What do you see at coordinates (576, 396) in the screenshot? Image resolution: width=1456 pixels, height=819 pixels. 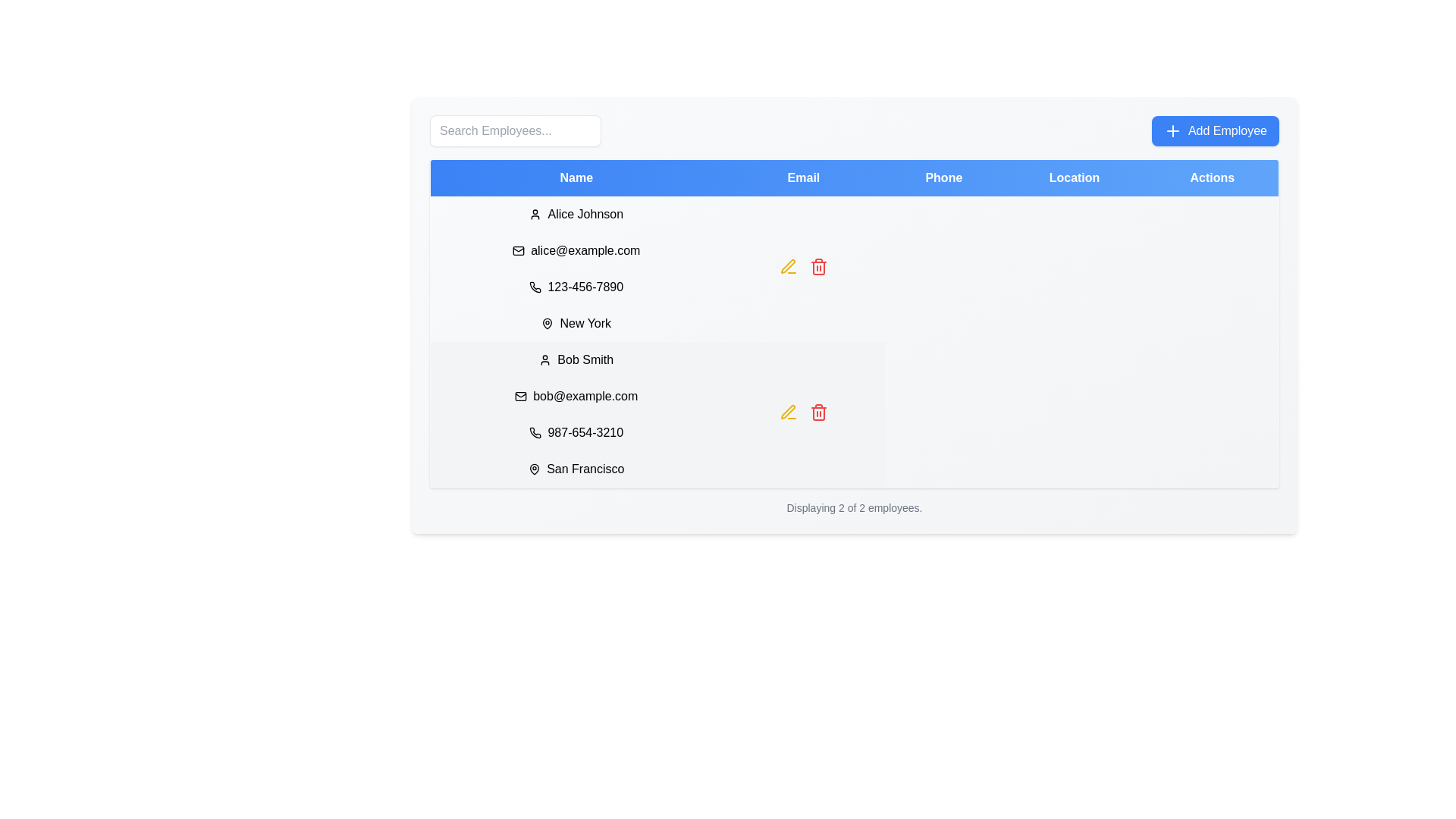 I see `the email address display for the employee 'Bob Smith', located in the 'Email' column of the second row in the employee information table` at bounding box center [576, 396].